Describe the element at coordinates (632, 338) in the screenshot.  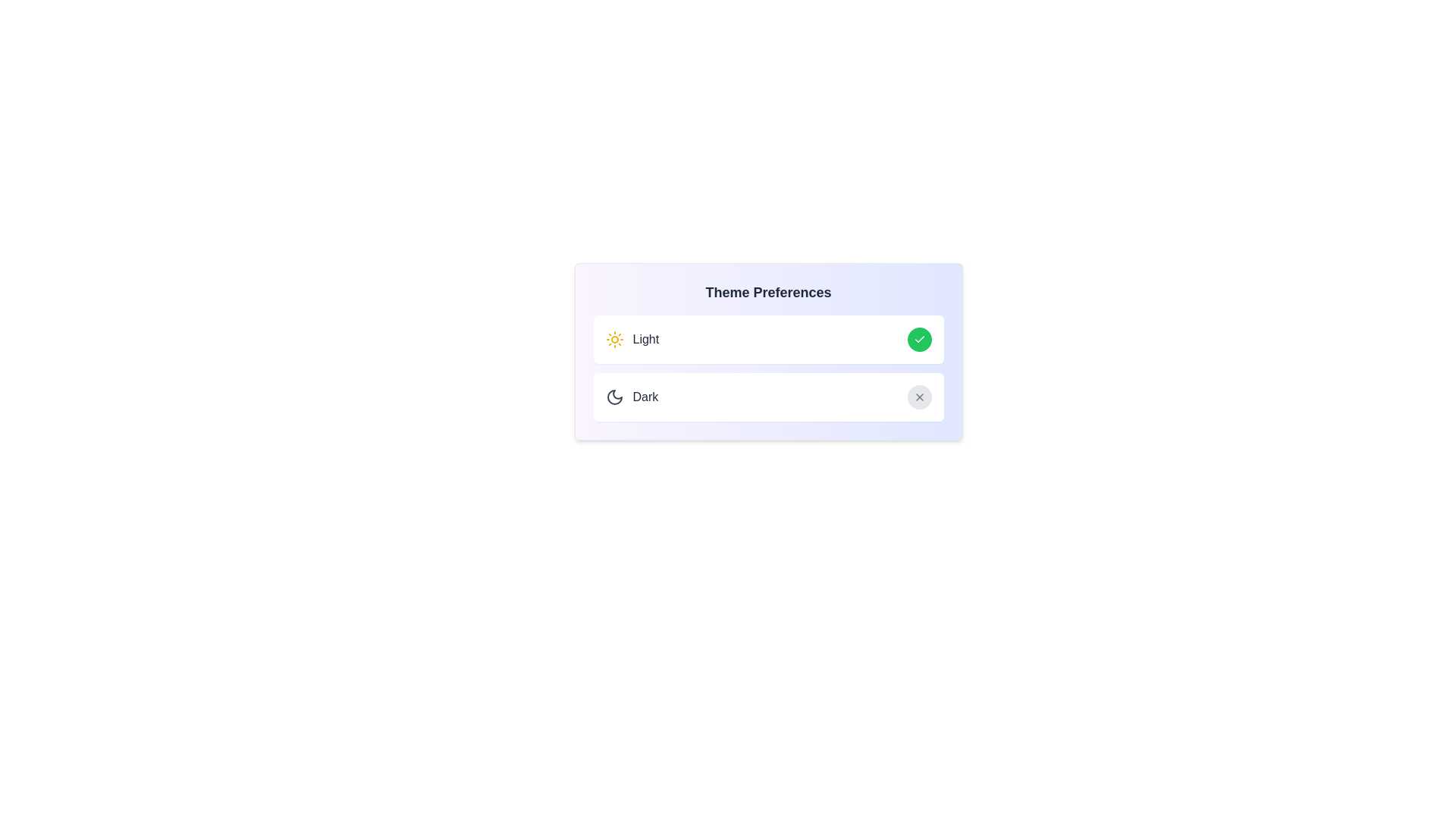
I see `the 'Light' theme text to toggle its selection` at that location.